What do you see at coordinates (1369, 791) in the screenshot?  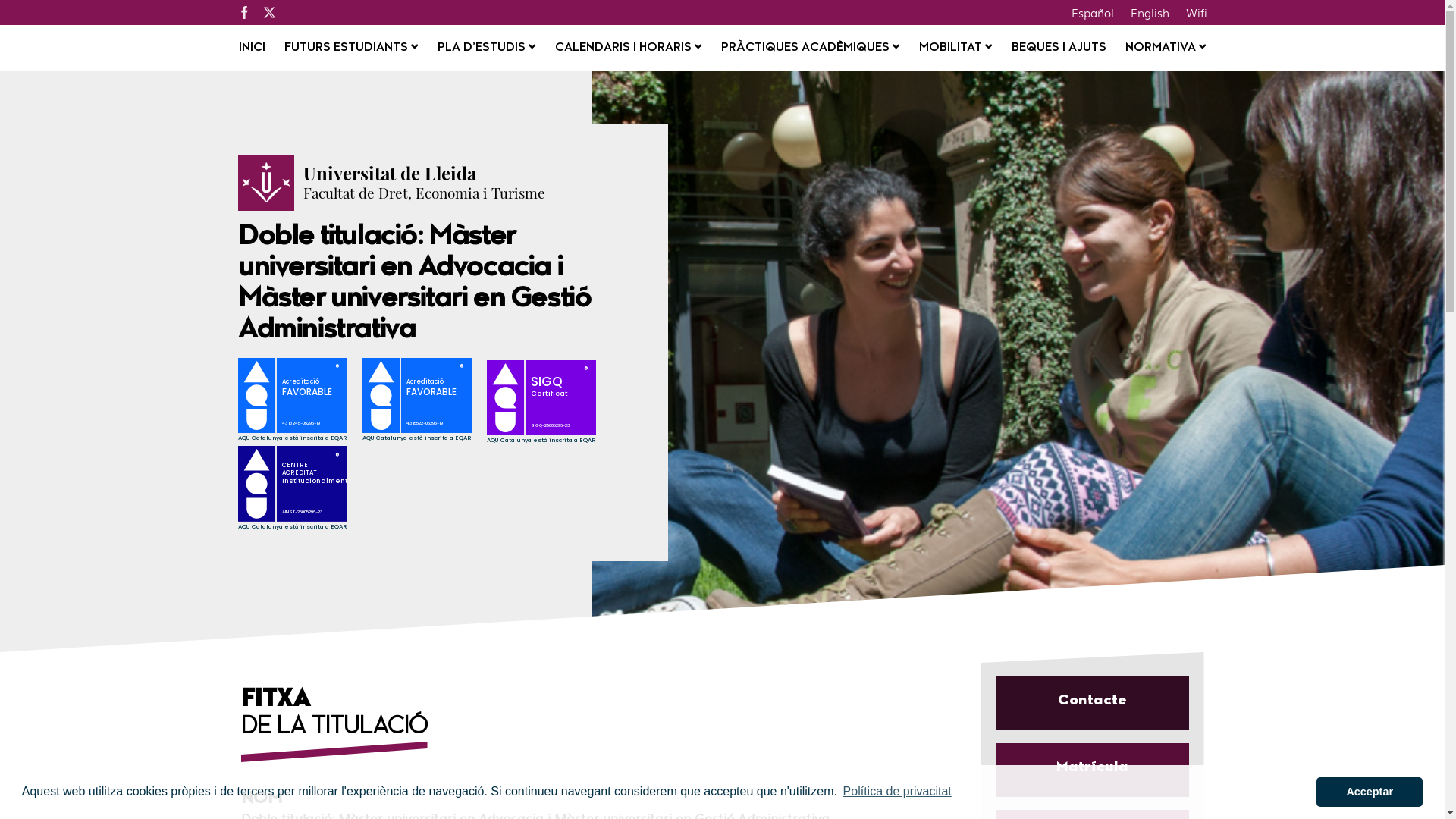 I see `'Acceptar'` at bounding box center [1369, 791].